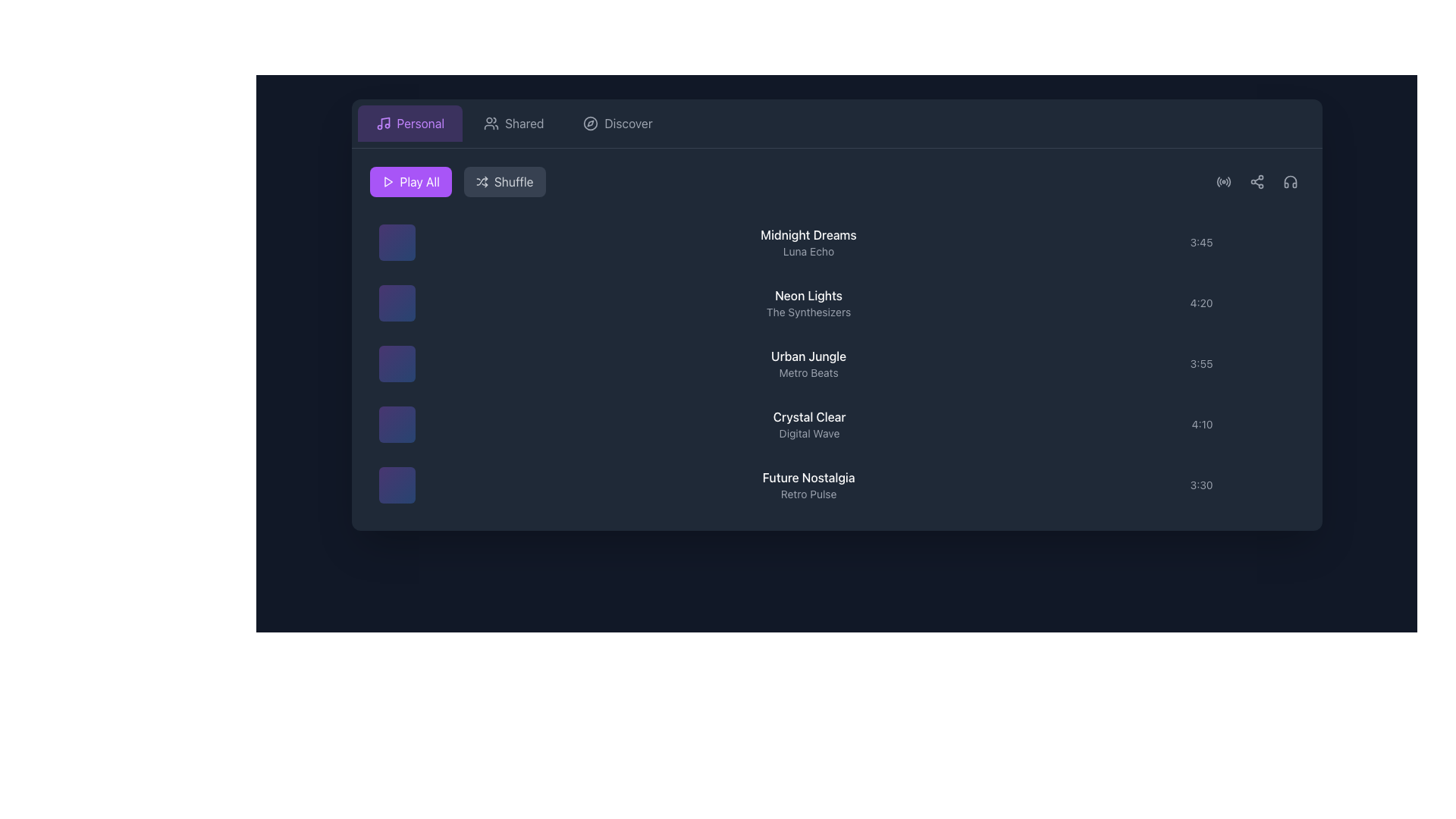 The height and width of the screenshot is (819, 1456). Describe the element at coordinates (1257, 180) in the screenshot. I see `the middle Share icon button located in the top-right corner of the interface to invoke the share functionality` at that location.